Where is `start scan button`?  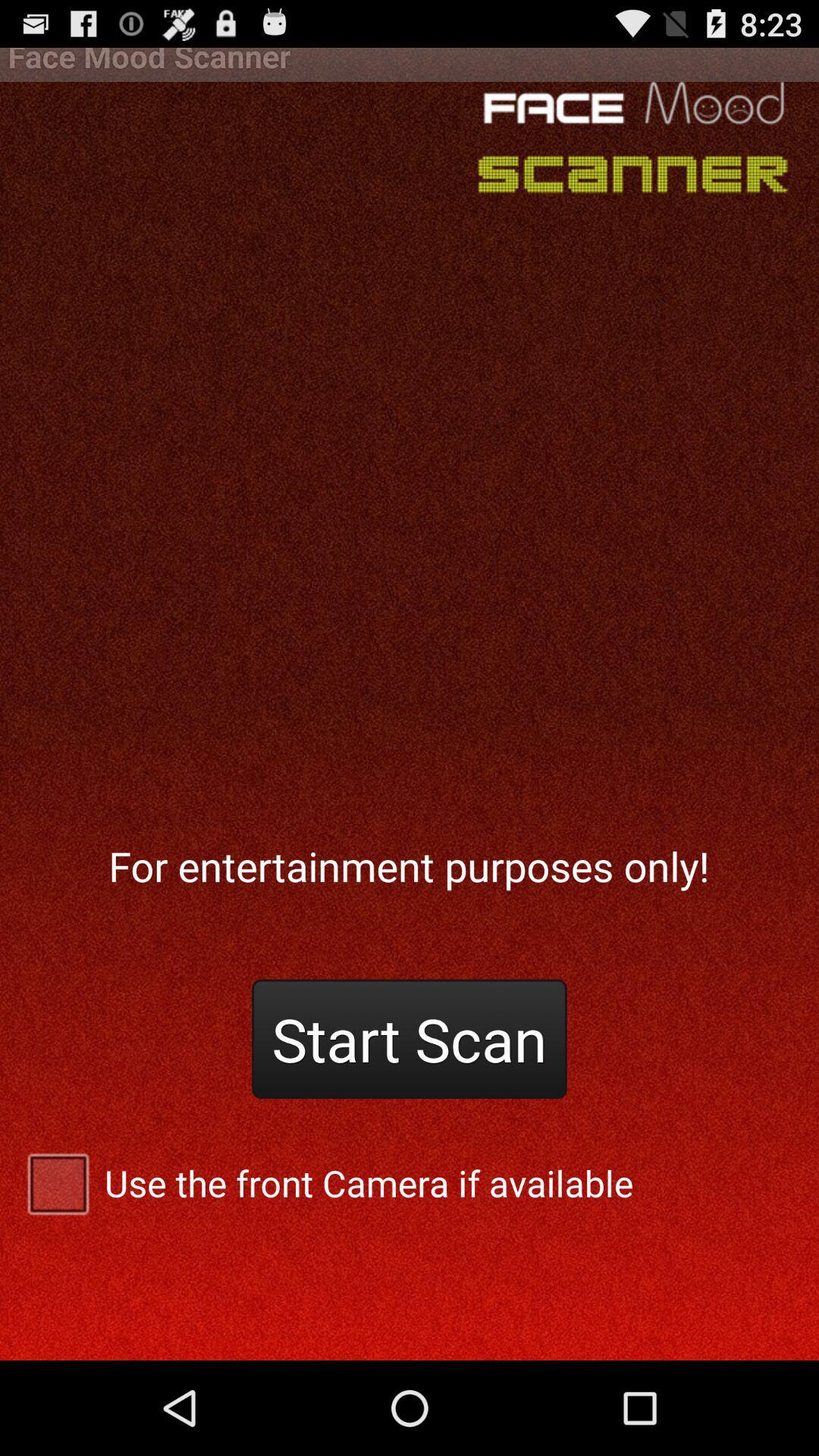
start scan button is located at coordinates (409, 1038).